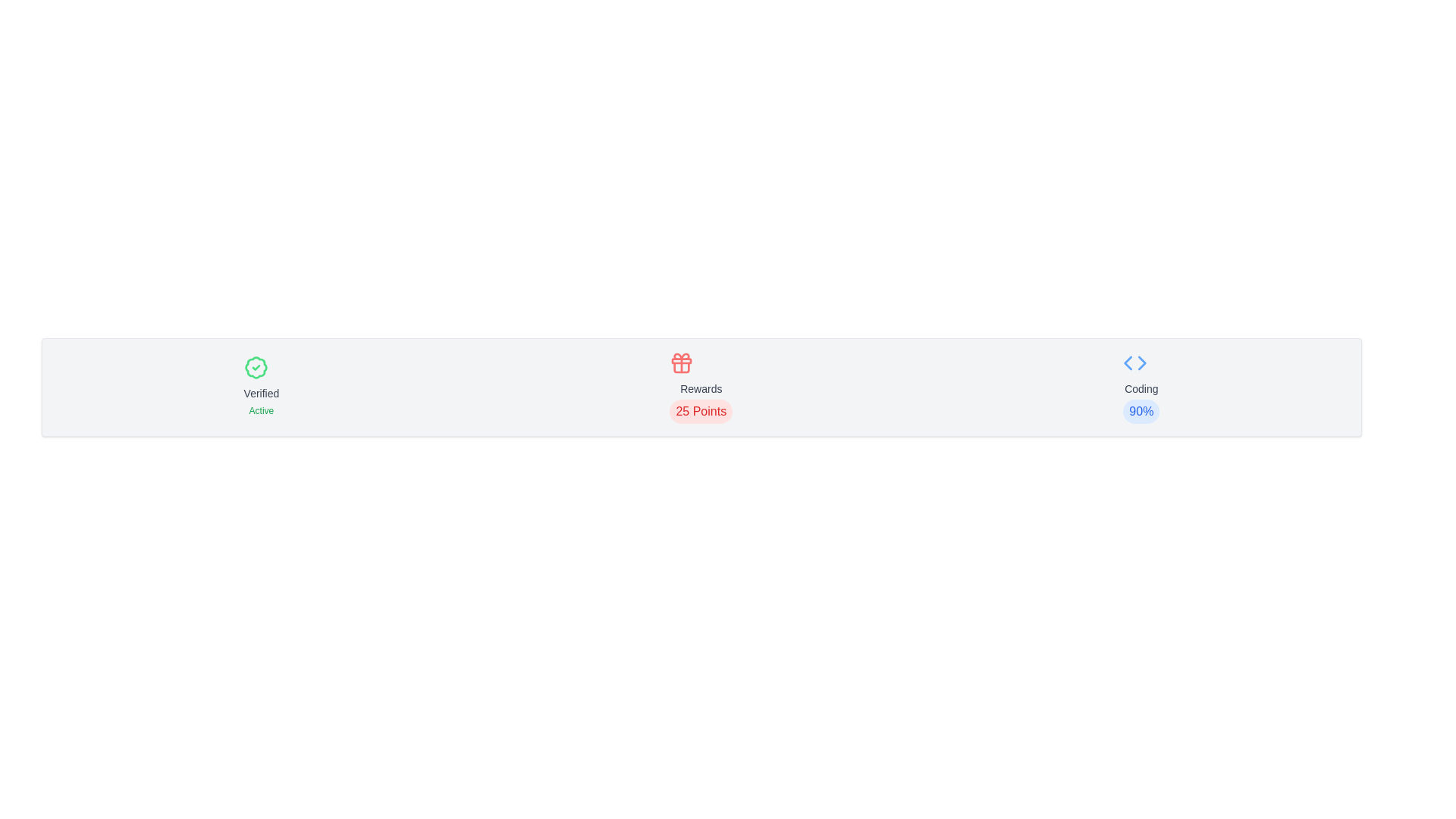  What do you see at coordinates (256, 368) in the screenshot?
I see `the visual indicator badge, which serves as a verification status icon located above the texts 'Verified' and 'Active'` at bounding box center [256, 368].